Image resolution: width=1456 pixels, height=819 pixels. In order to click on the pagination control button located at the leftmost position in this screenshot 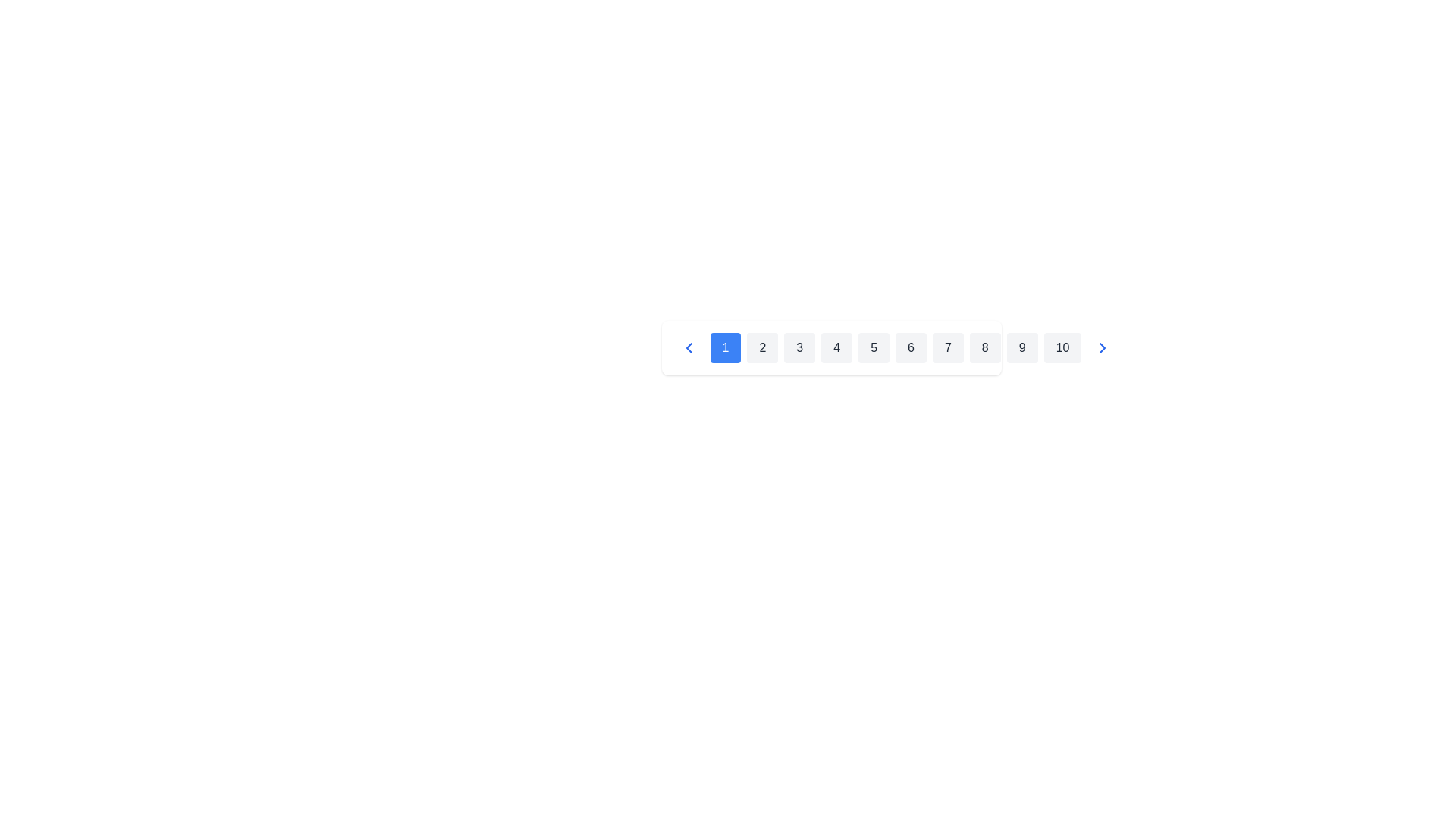, I will do `click(688, 348)`.